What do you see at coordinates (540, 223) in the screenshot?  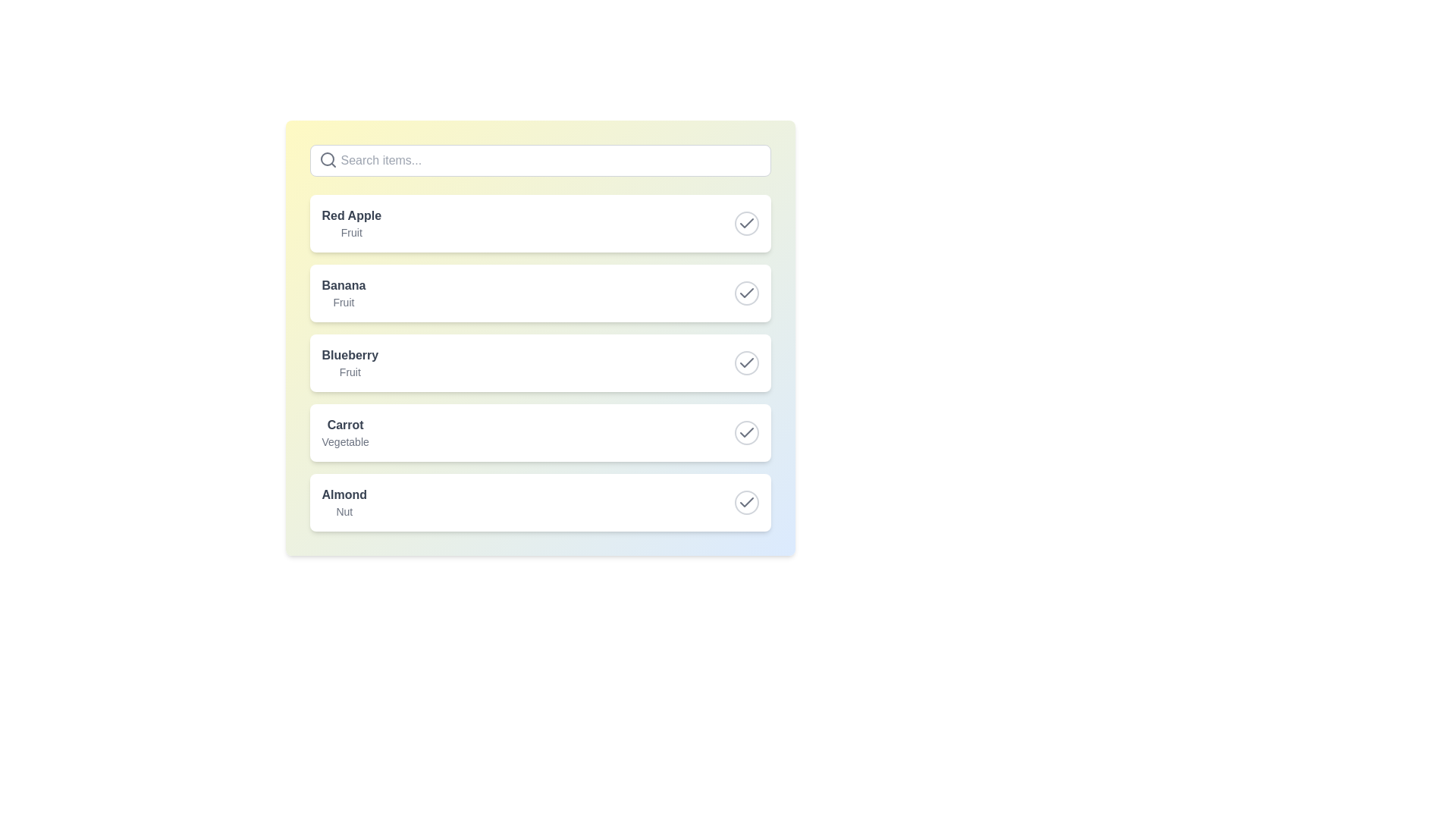 I see `to select the list item labeled 'Red Apple', which is the first item in the fruit category of the vertically arranged list` at bounding box center [540, 223].